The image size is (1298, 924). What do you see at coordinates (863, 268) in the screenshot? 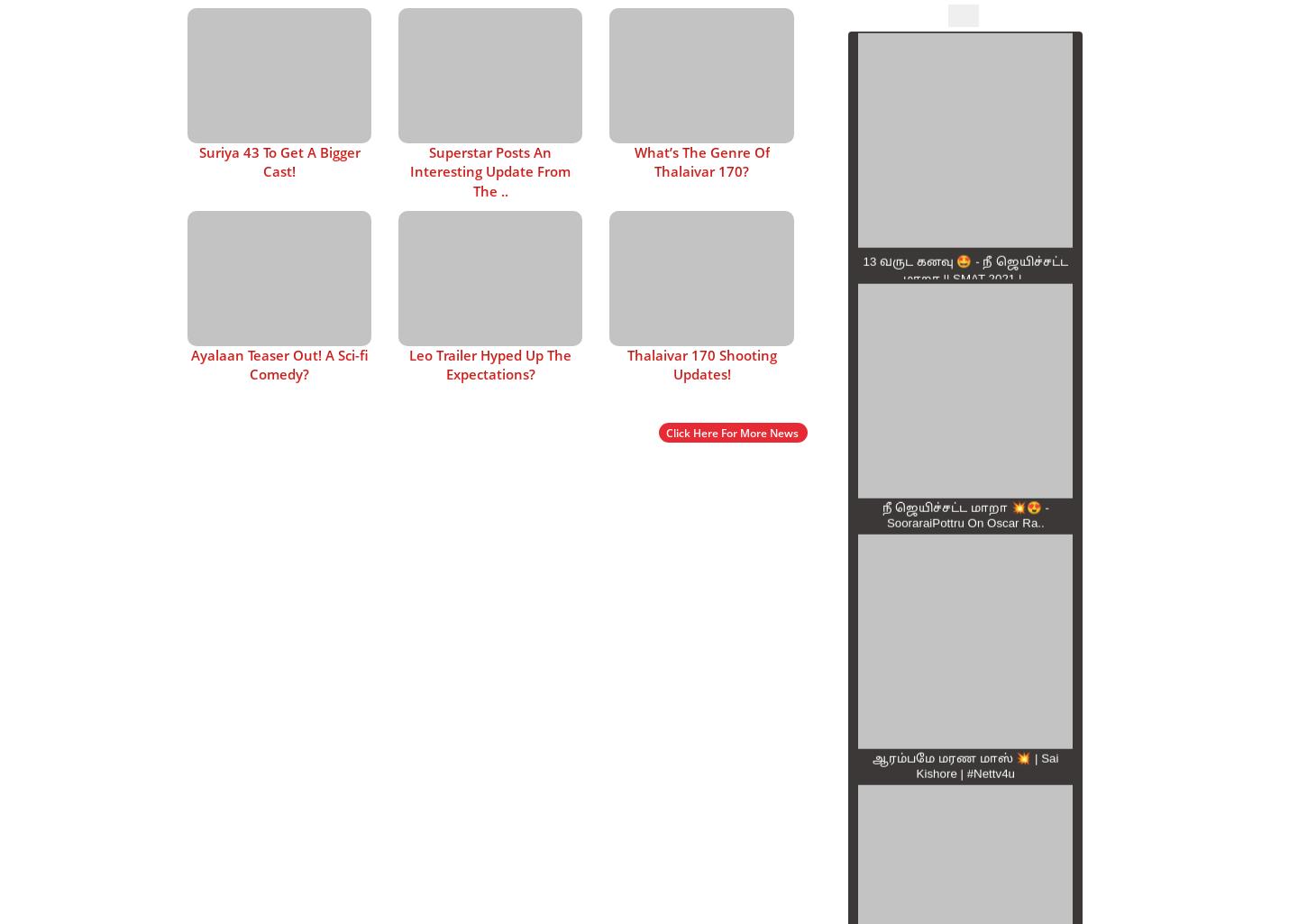
I see `'13 வருட கனவு 🤩 - நீ ஜெயிச்சட்ட மாறா || SMAT 2021 |..'` at bounding box center [863, 268].